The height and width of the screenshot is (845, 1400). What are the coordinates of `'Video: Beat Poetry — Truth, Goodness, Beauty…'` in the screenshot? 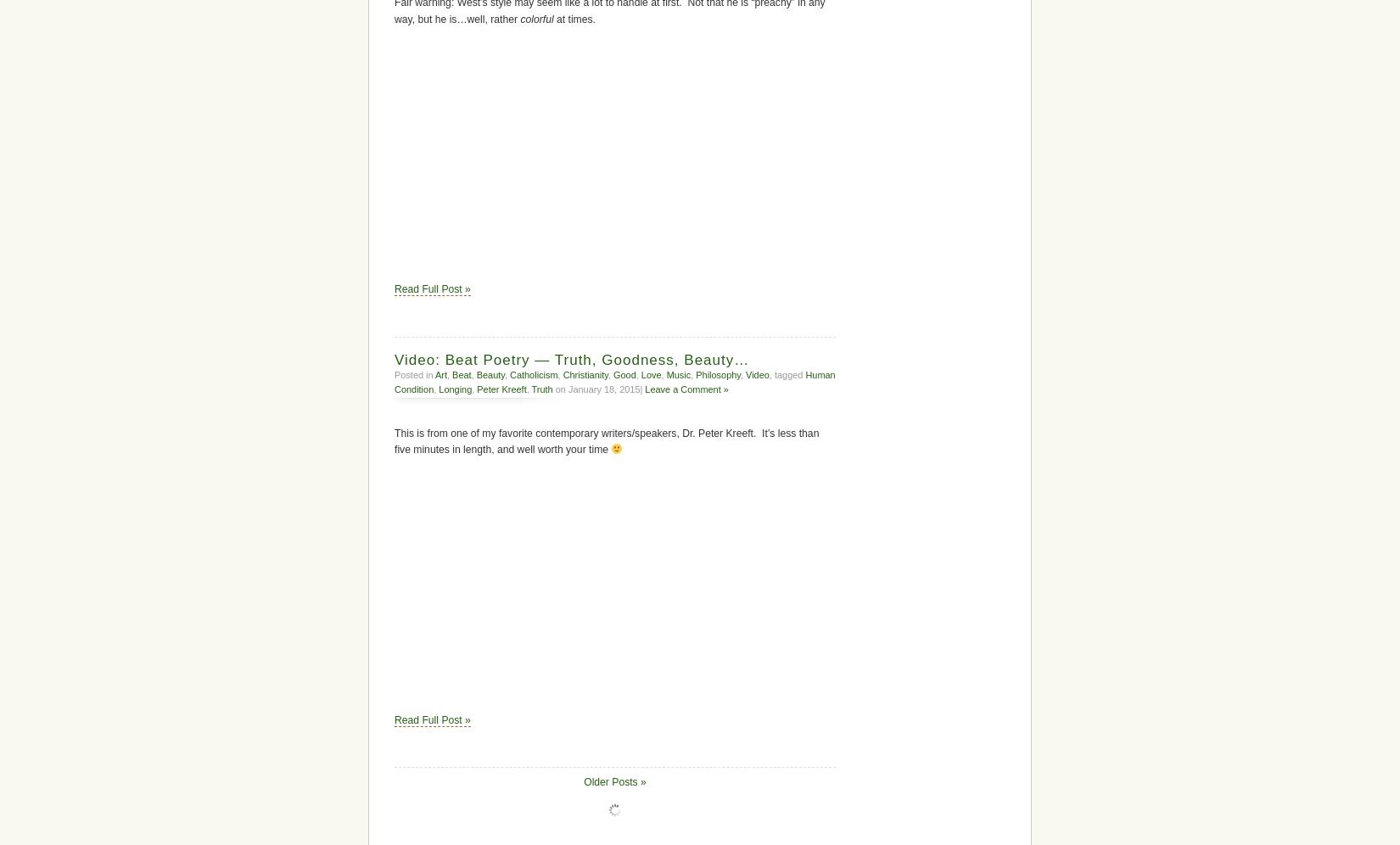 It's located at (571, 359).